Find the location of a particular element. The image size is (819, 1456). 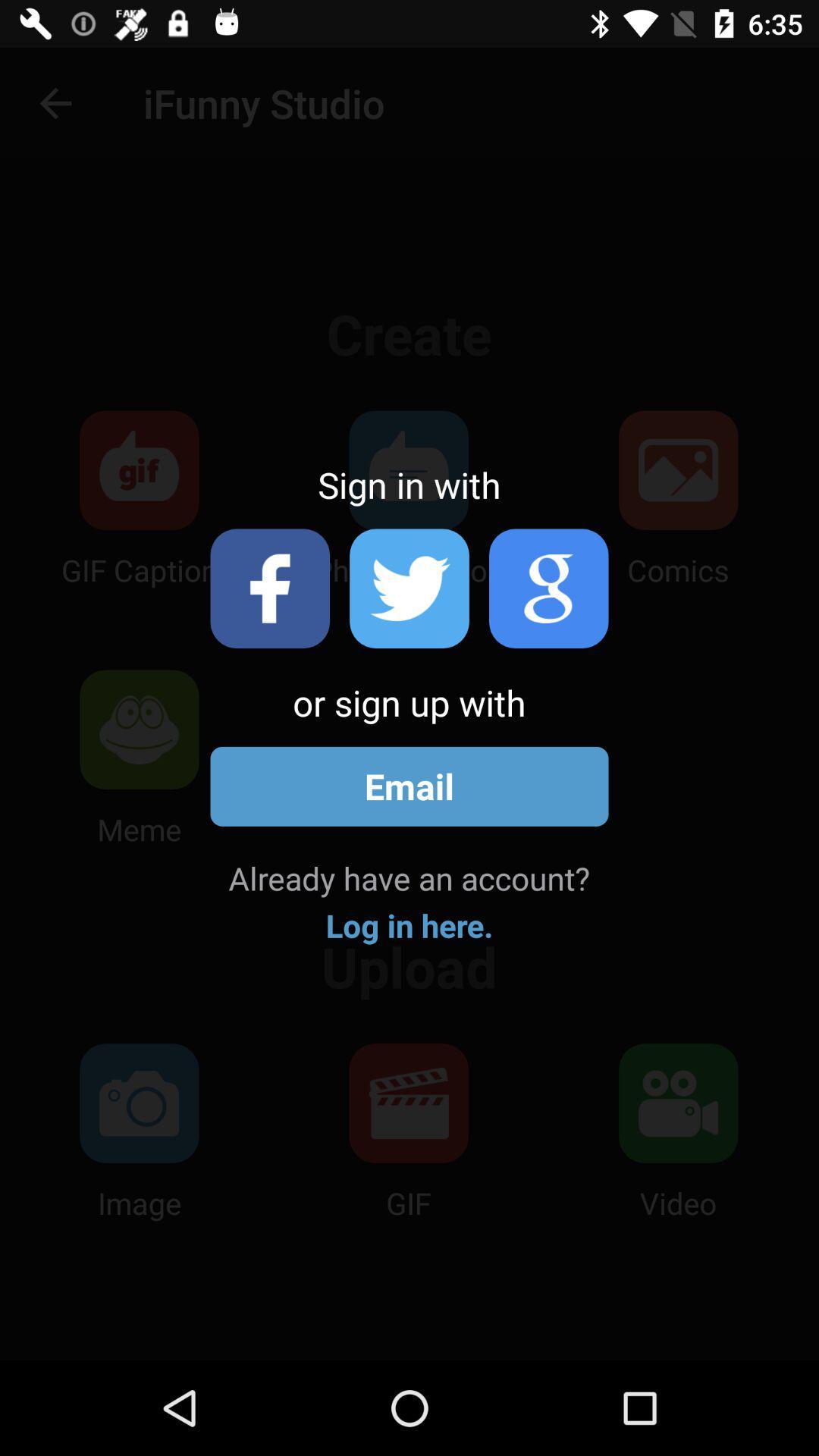

the facebook icon is located at coordinates (269, 588).